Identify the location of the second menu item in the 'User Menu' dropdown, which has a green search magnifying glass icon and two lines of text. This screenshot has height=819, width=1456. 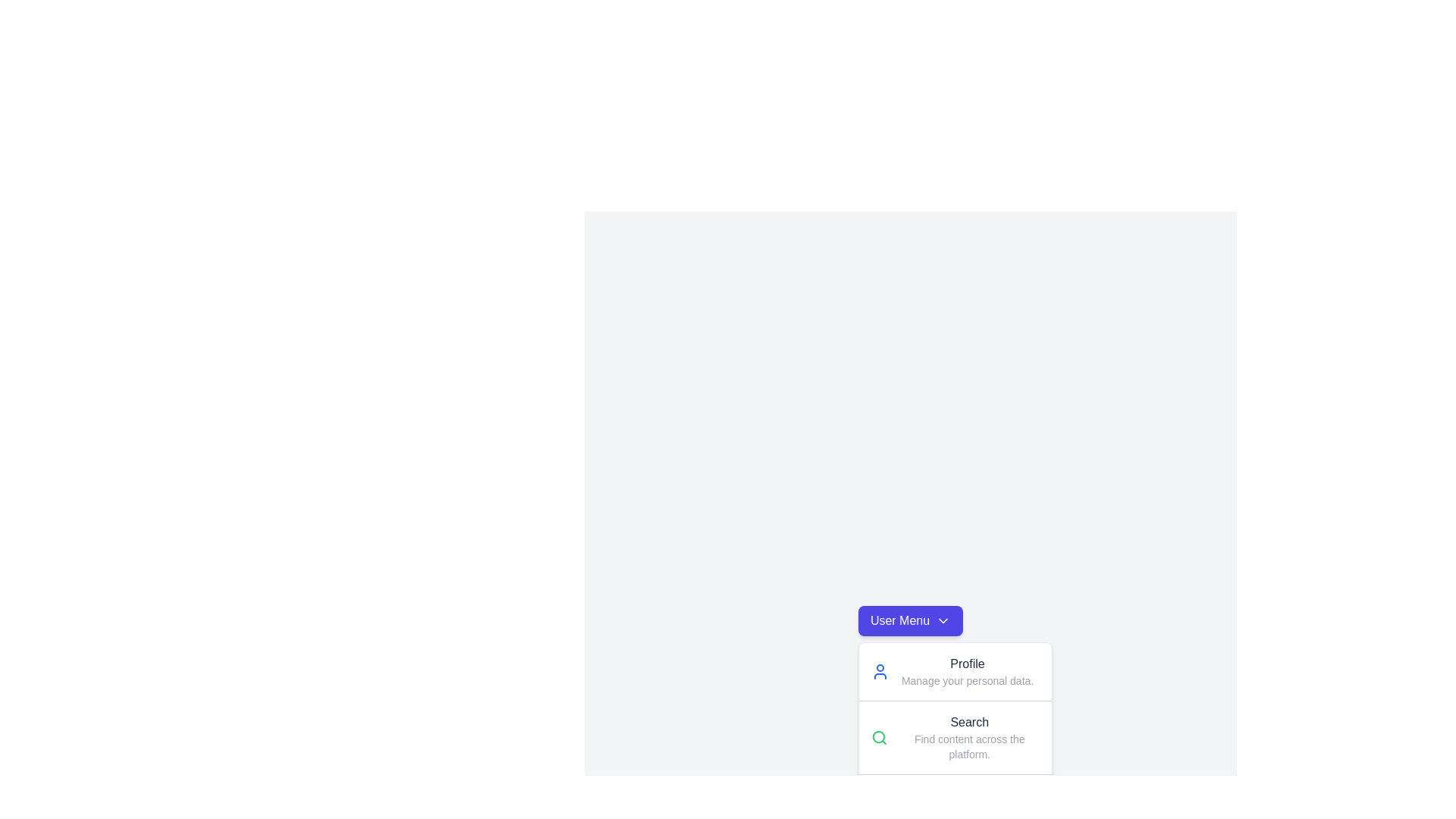
(954, 736).